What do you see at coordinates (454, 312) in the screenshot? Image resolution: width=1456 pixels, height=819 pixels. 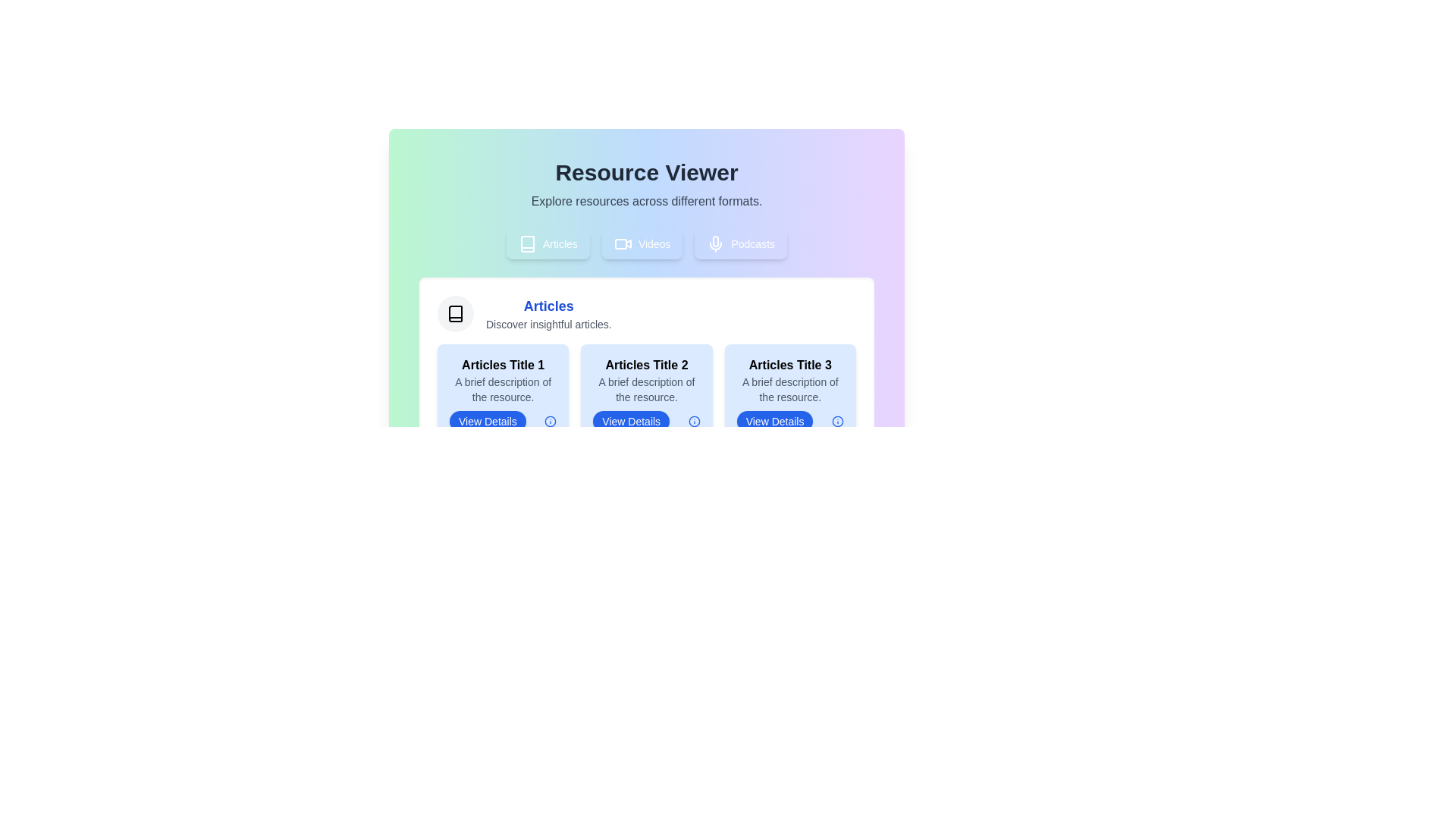 I see `the Graphic icon that represents the articles section, located in the far left of the box labeled 'Articles', adjacent to the title text 'Articles'` at bounding box center [454, 312].